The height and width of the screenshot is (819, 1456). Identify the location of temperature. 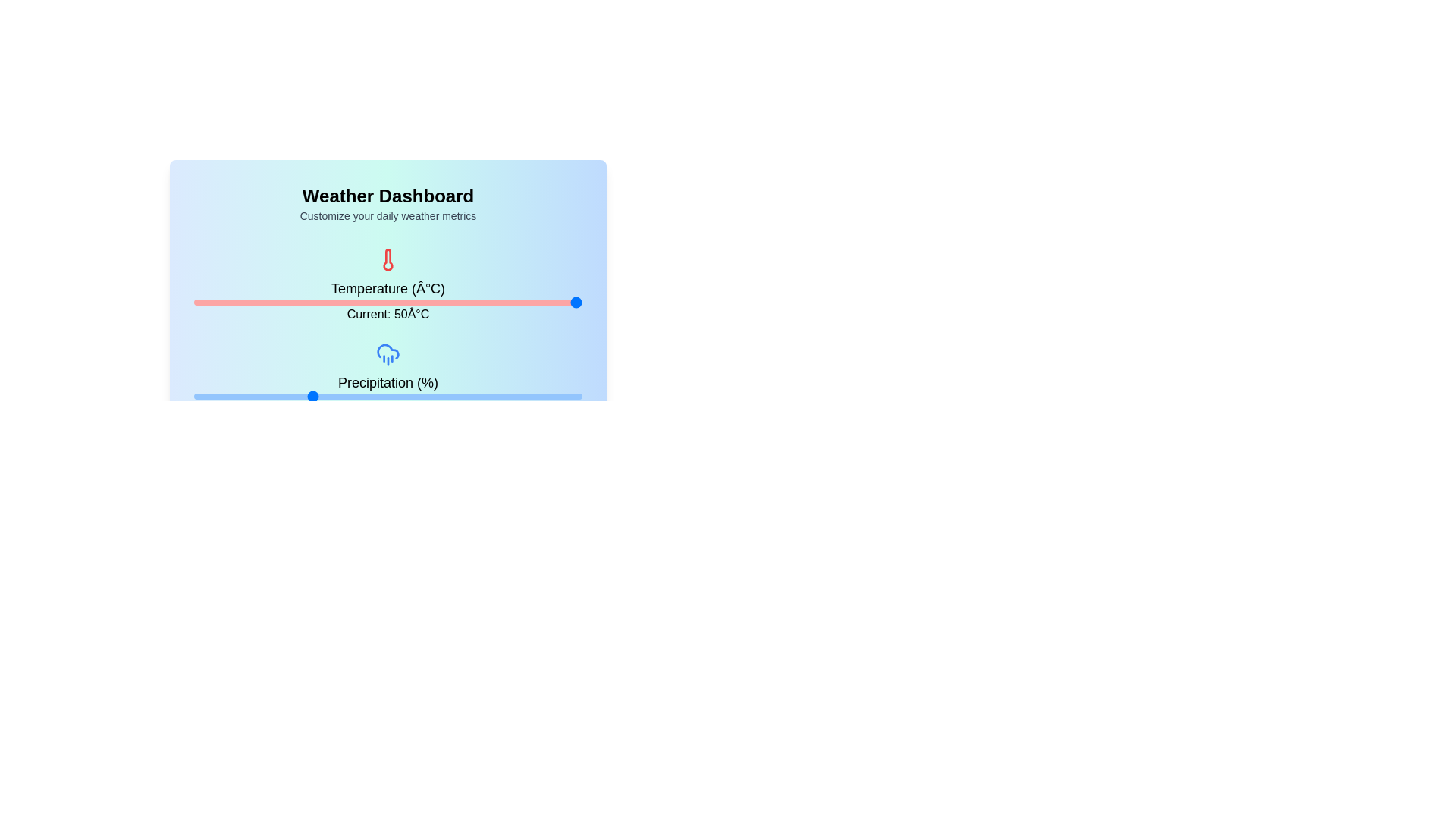
(559, 302).